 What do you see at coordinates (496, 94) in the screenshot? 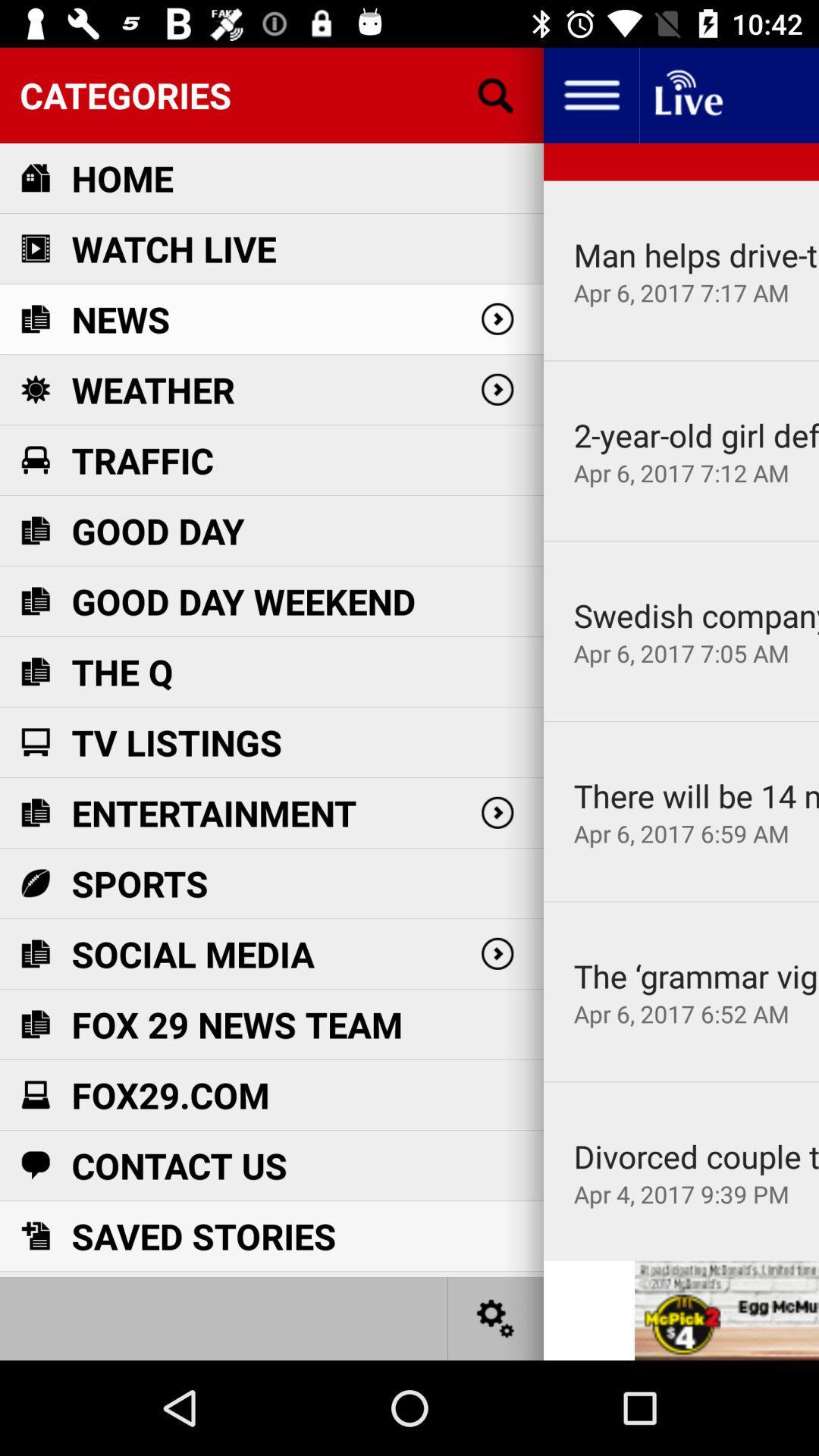
I see `search categories` at bounding box center [496, 94].